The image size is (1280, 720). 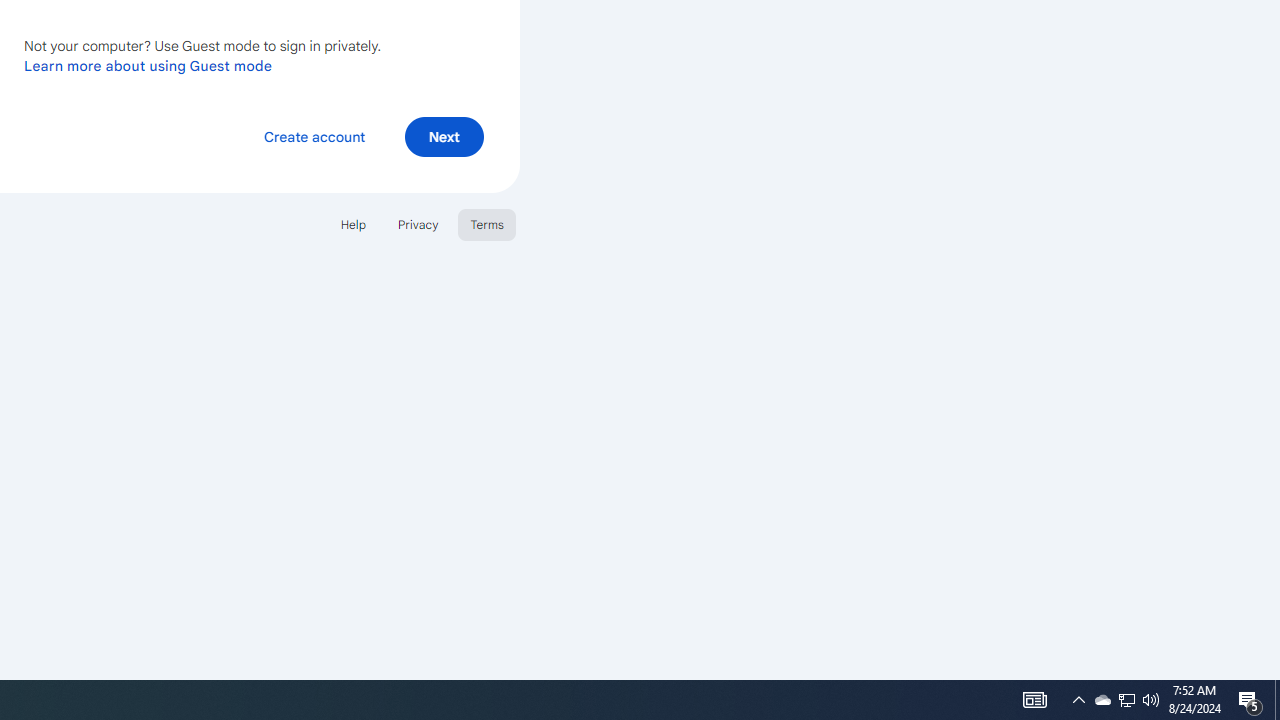 What do you see at coordinates (313, 135) in the screenshot?
I see `'Create account'` at bounding box center [313, 135].